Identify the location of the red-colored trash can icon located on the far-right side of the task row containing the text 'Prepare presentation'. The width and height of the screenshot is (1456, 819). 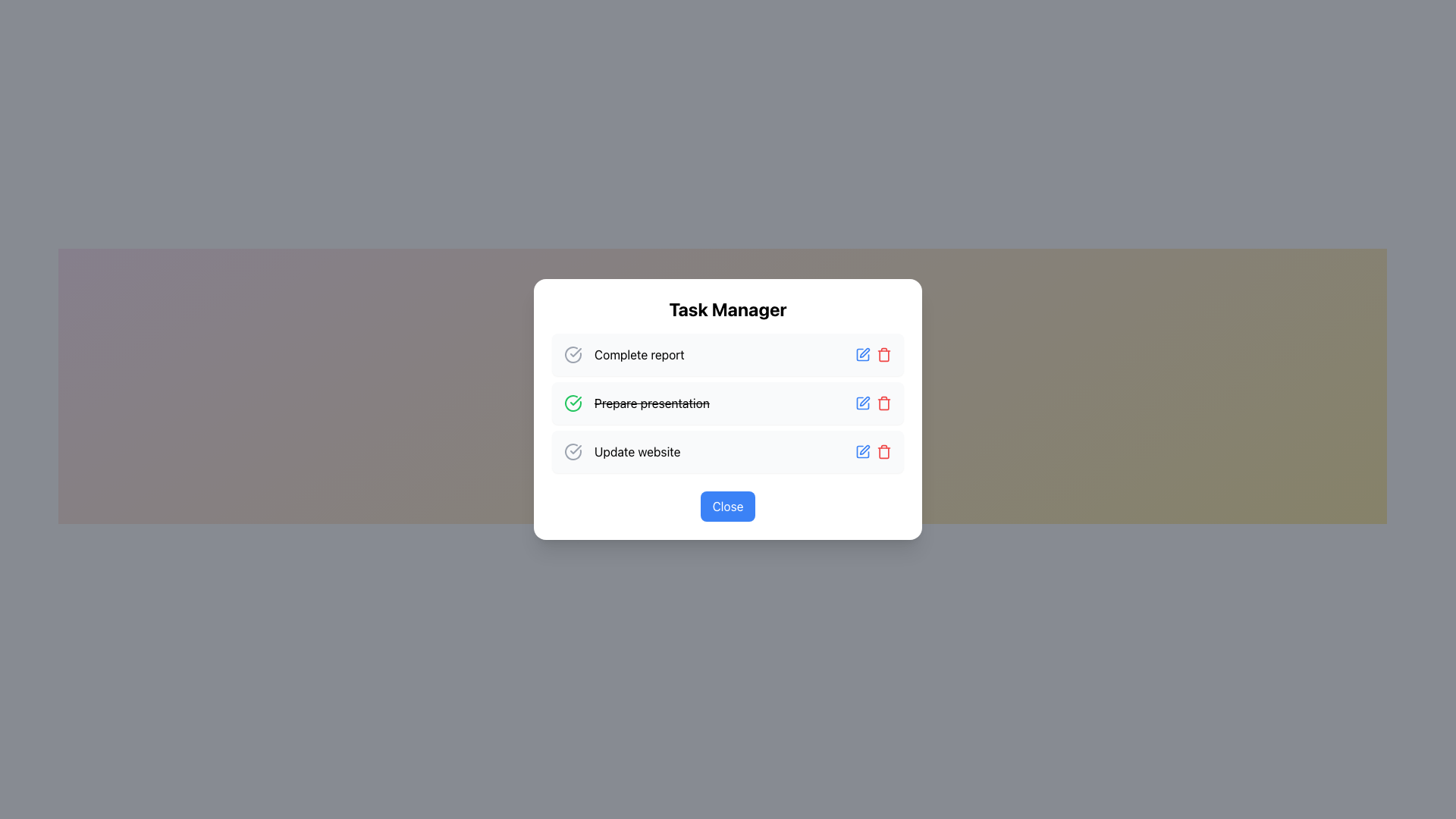
(884, 354).